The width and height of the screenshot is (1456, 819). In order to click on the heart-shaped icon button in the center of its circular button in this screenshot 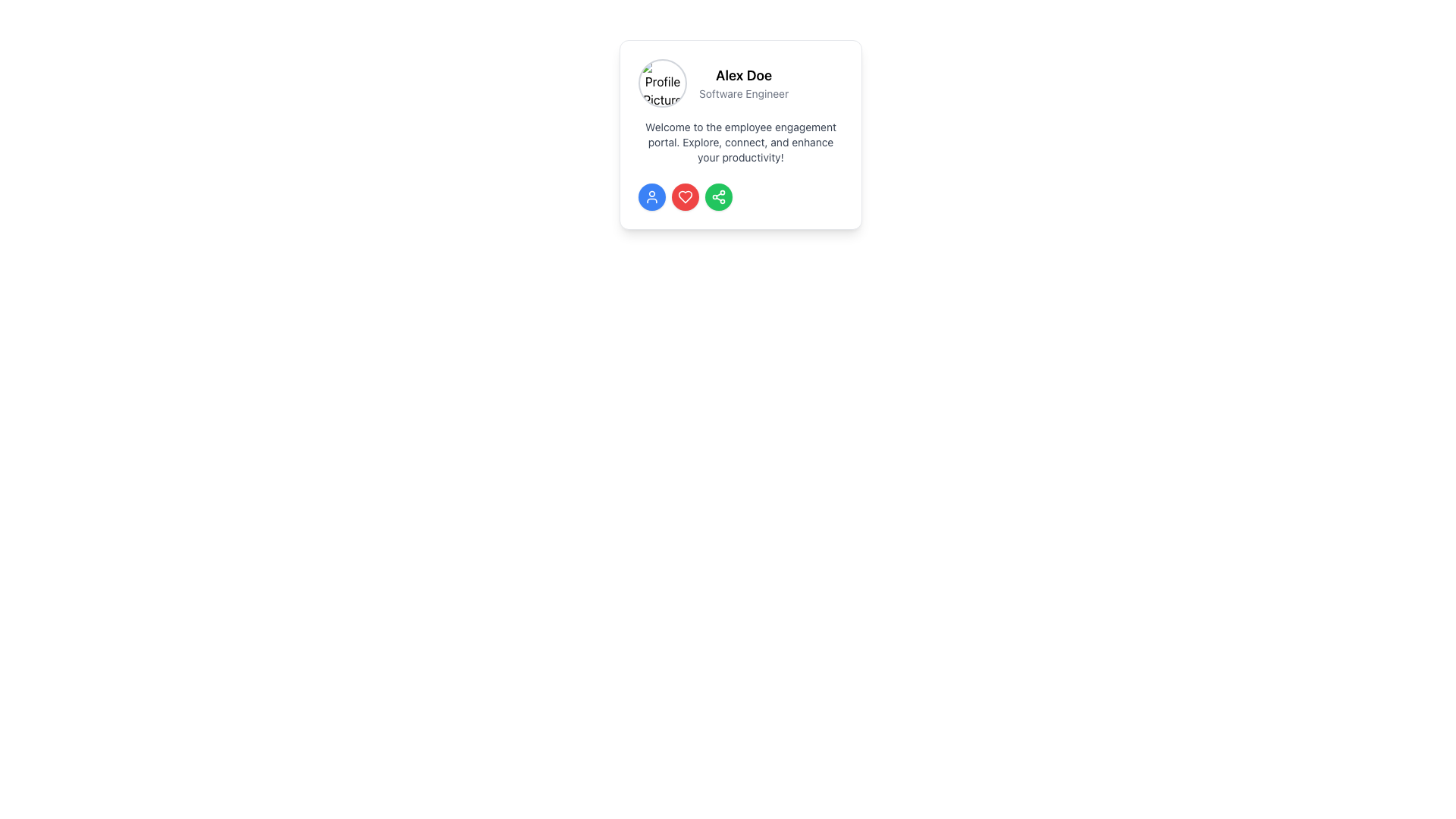, I will do `click(684, 196)`.